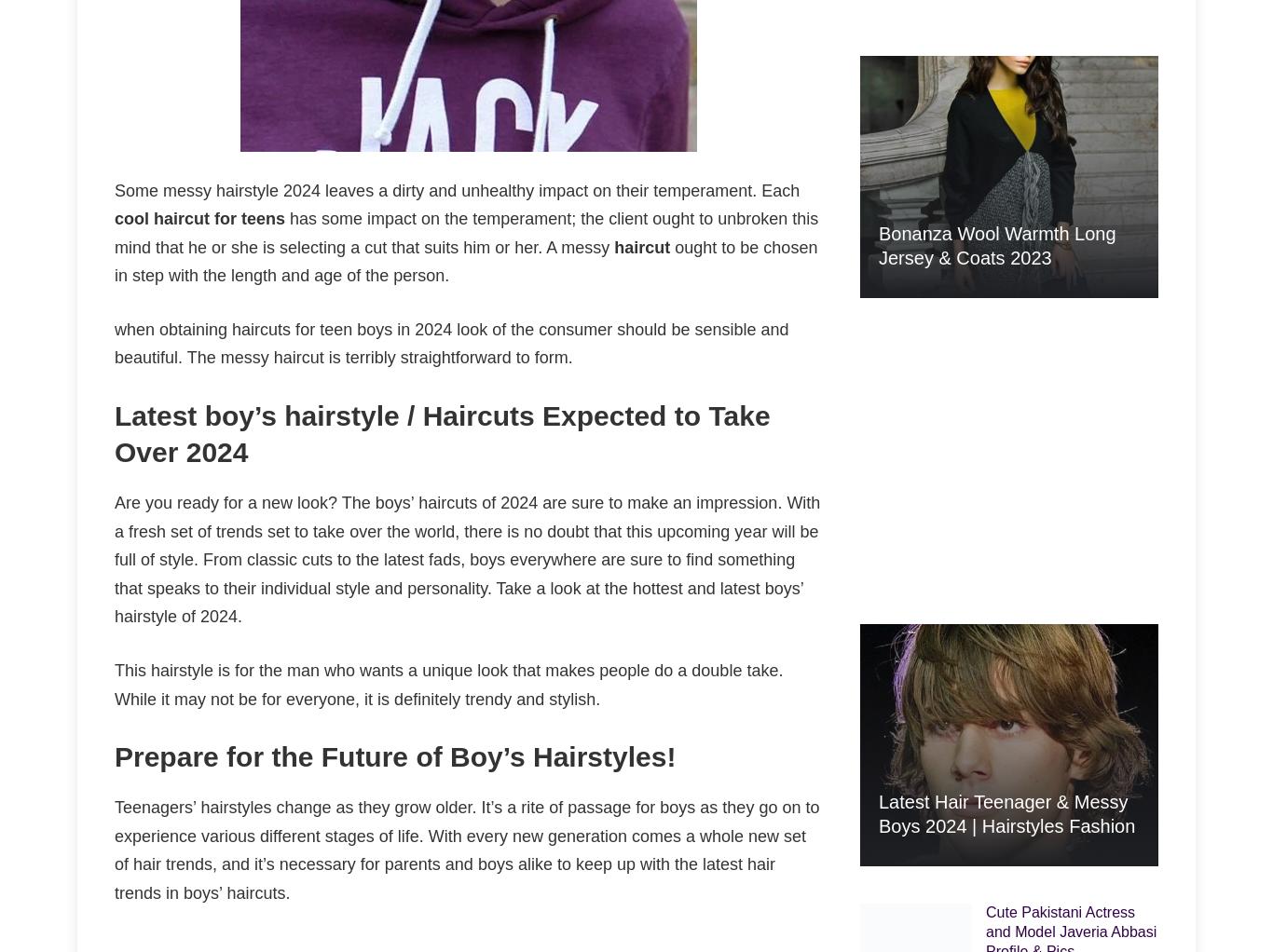  I want to click on 'cool haircut for teens', so click(198, 217).